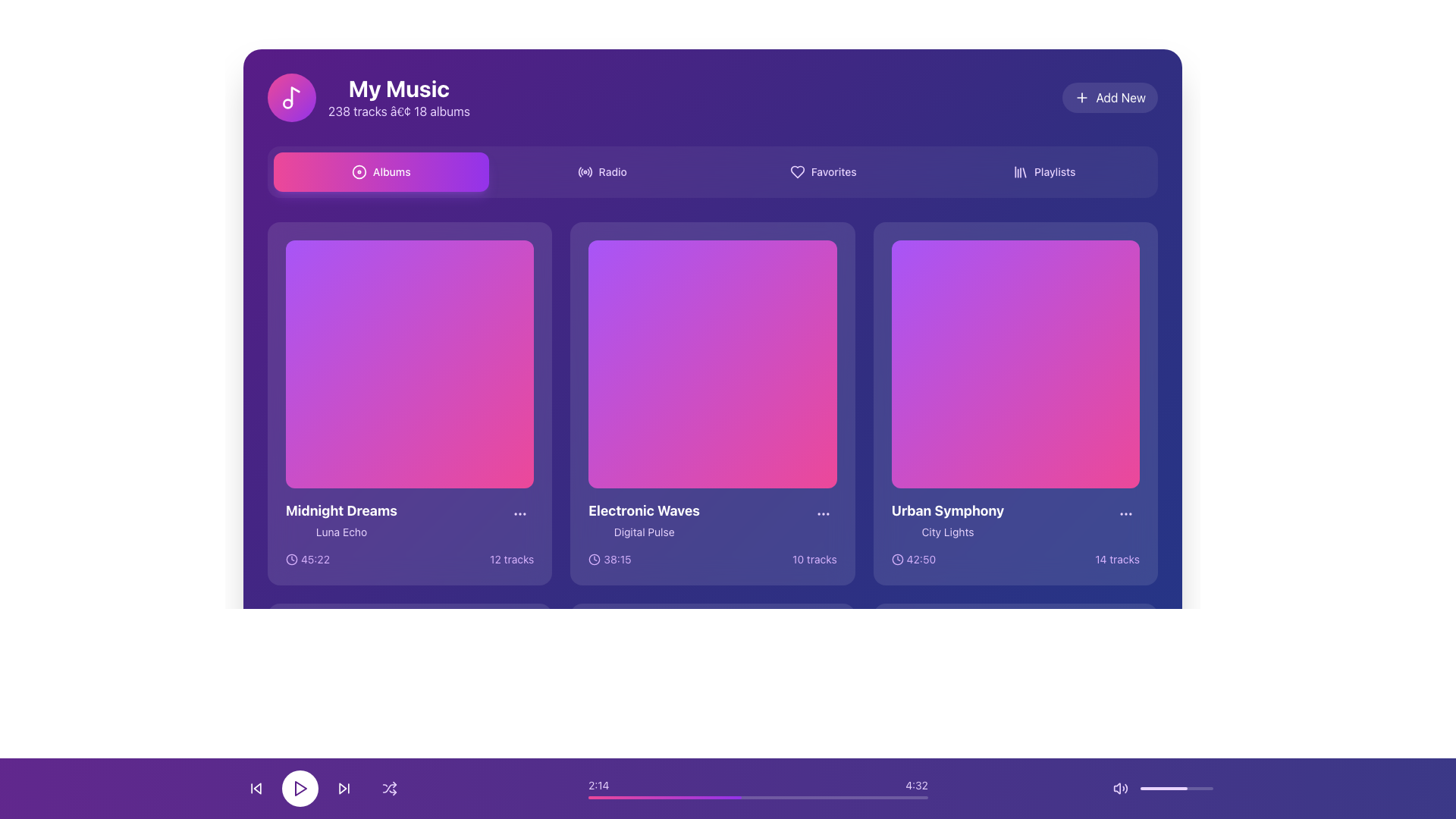 The image size is (1456, 819). Describe the element at coordinates (814, 560) in the screenshot. I see `the static text label displaying '10 tracks' located at the bottom right corner of the card layout for the album 'Electronic Waves'` at that location.